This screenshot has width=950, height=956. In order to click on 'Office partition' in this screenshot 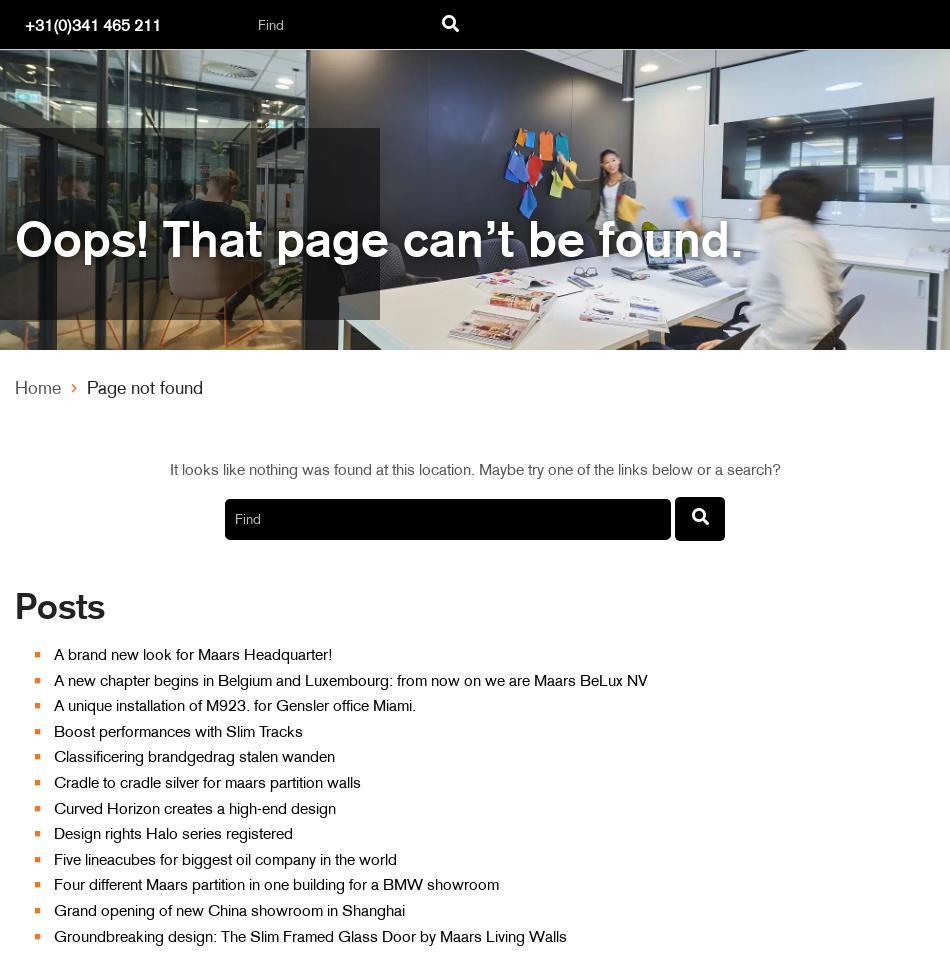, I will do `click(102, 430)`.